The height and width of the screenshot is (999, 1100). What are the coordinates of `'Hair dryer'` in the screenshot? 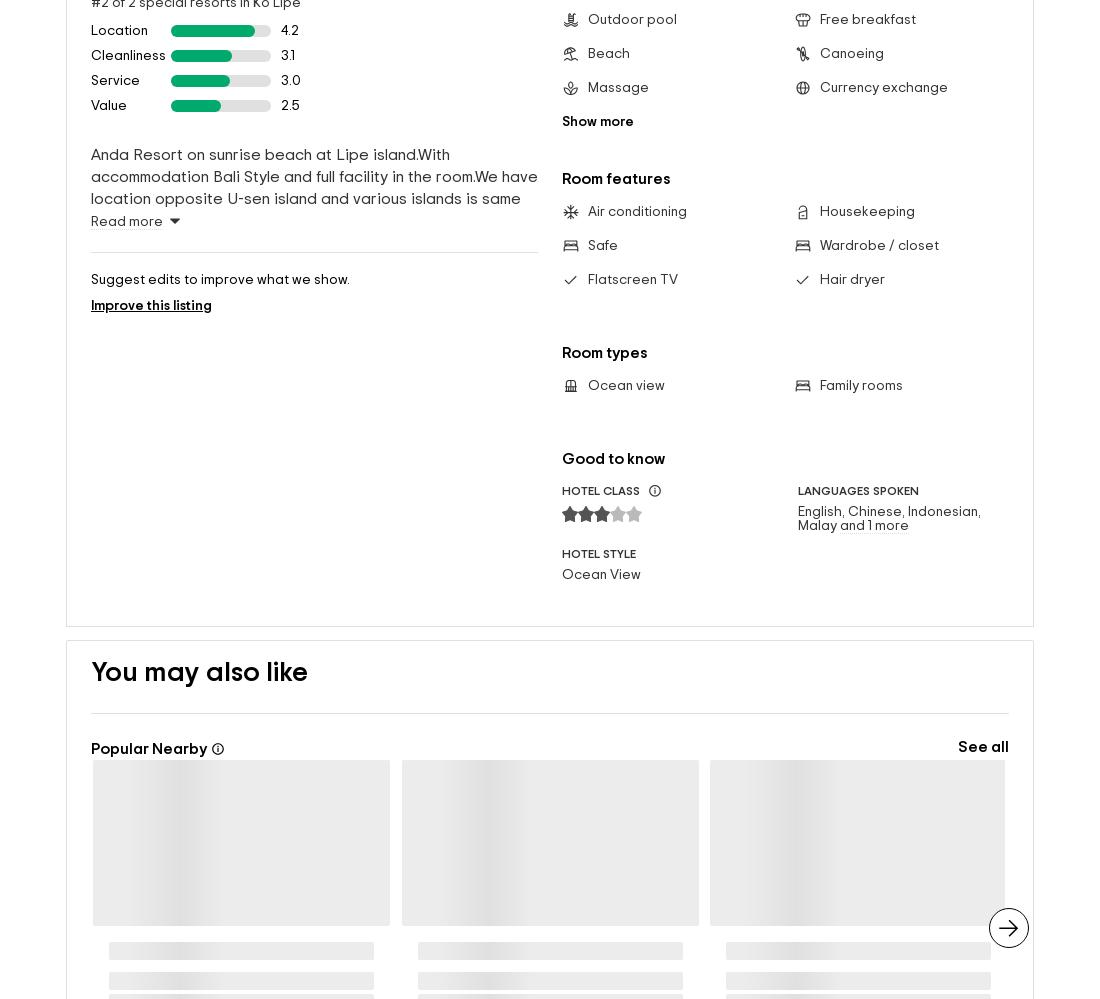 It's located at (850, 247).